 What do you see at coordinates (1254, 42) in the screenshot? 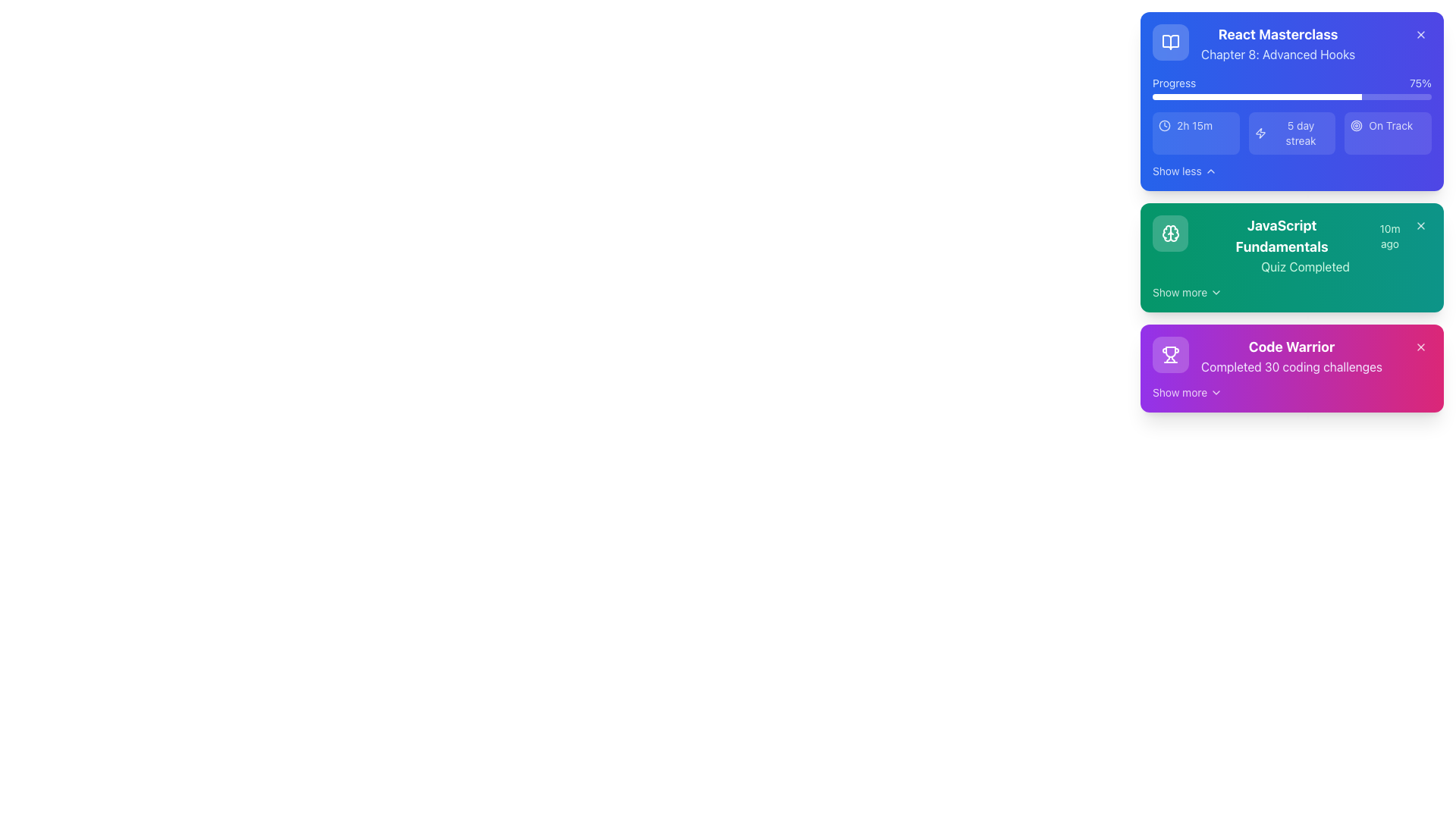
I see `the header for the course titled 'React Masterclass' with the subtitle 'Chapter 8: Advanced Hooks' to view a context menu` at bounding box center [1254, 42].